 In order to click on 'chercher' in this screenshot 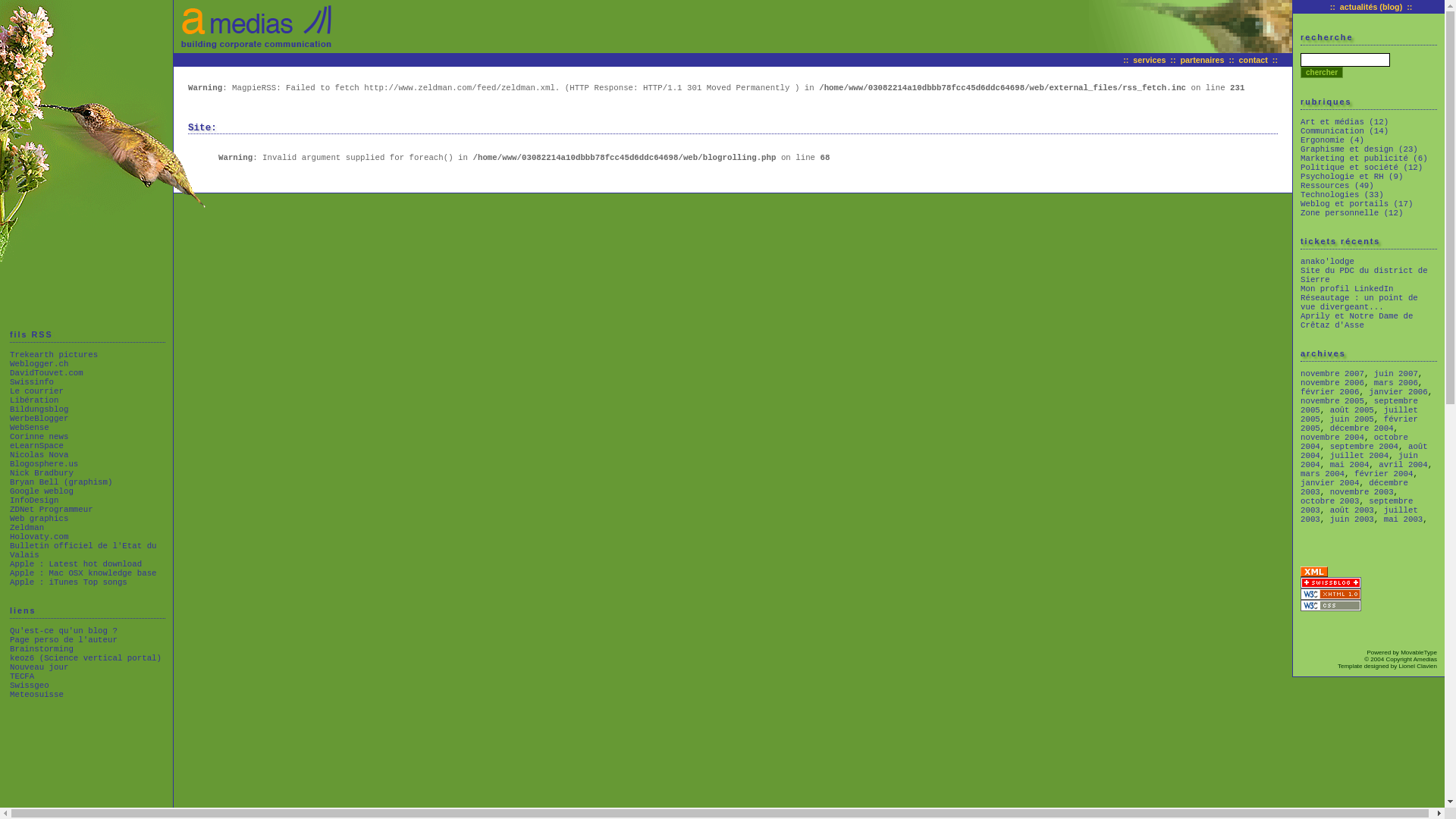, I will do `click(1320, 72)`.